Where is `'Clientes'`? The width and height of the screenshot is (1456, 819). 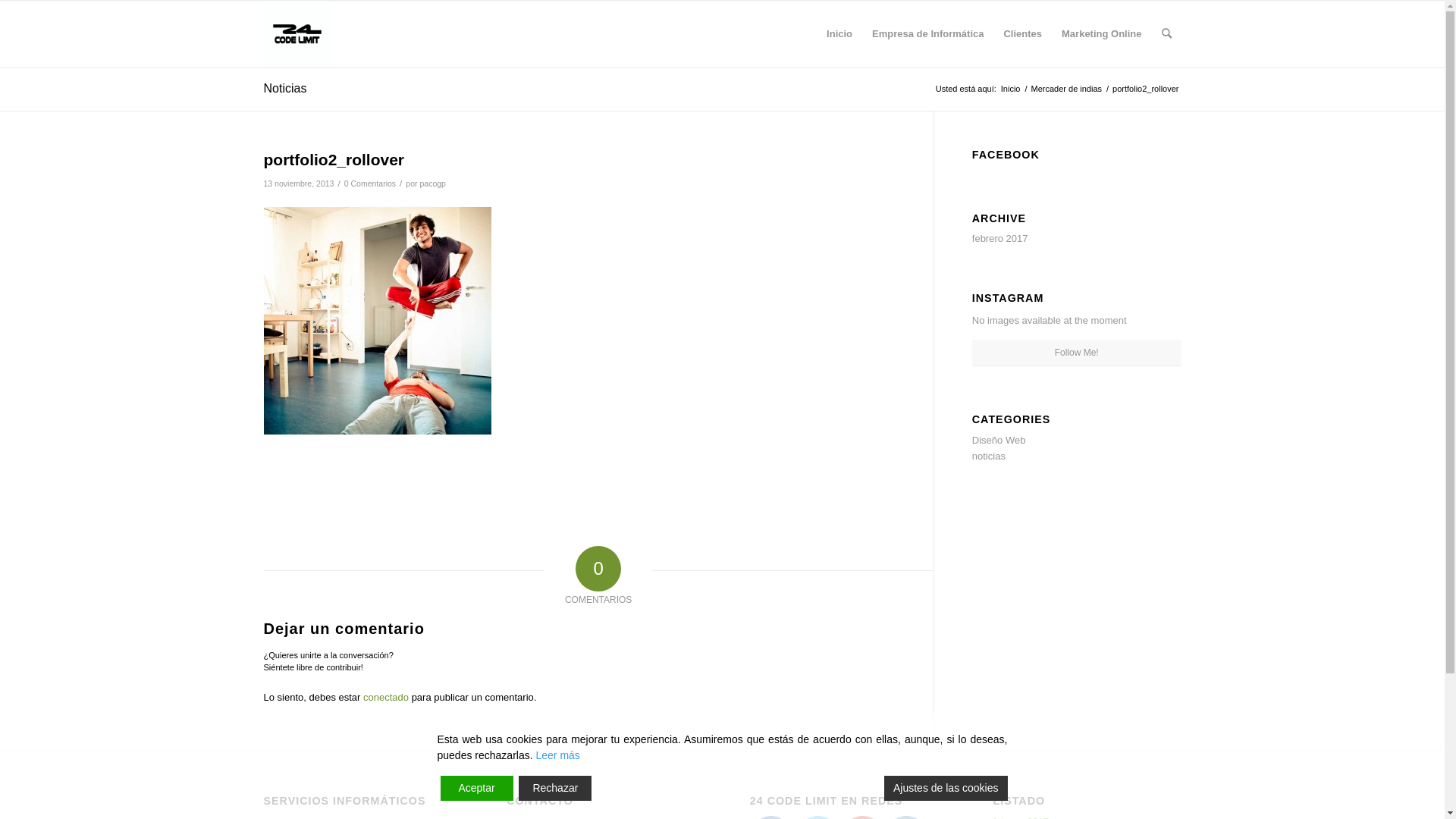 'Clientes' is located at coordinates (1022, 34).